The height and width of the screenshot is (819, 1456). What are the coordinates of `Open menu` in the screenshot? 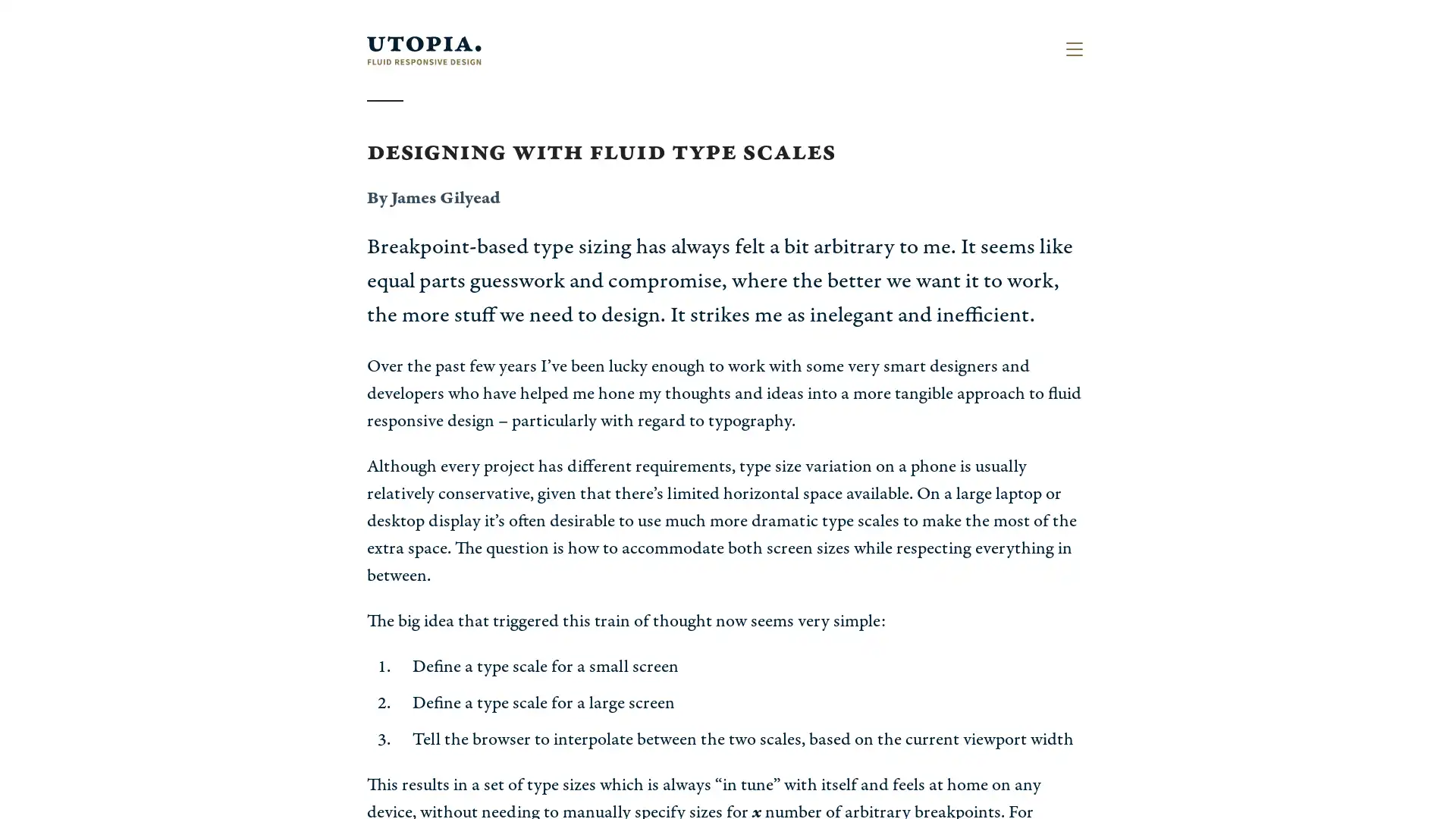 It's located at (1073, 49).